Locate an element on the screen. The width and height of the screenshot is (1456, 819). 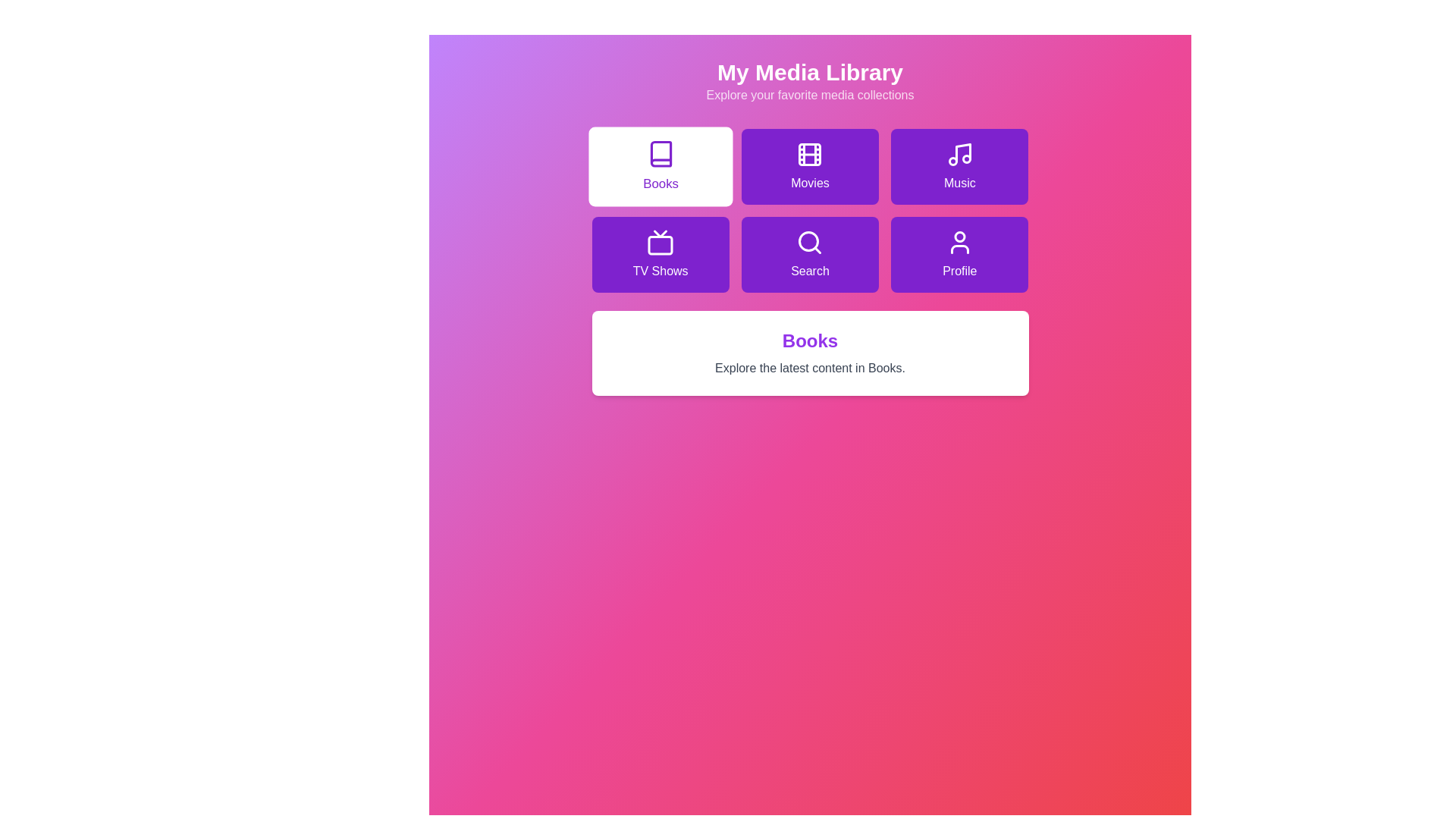
the button labeled 'Books' with a book icon, which has a rounded rectangular shape and a white background is located at coordinates (661, 166).